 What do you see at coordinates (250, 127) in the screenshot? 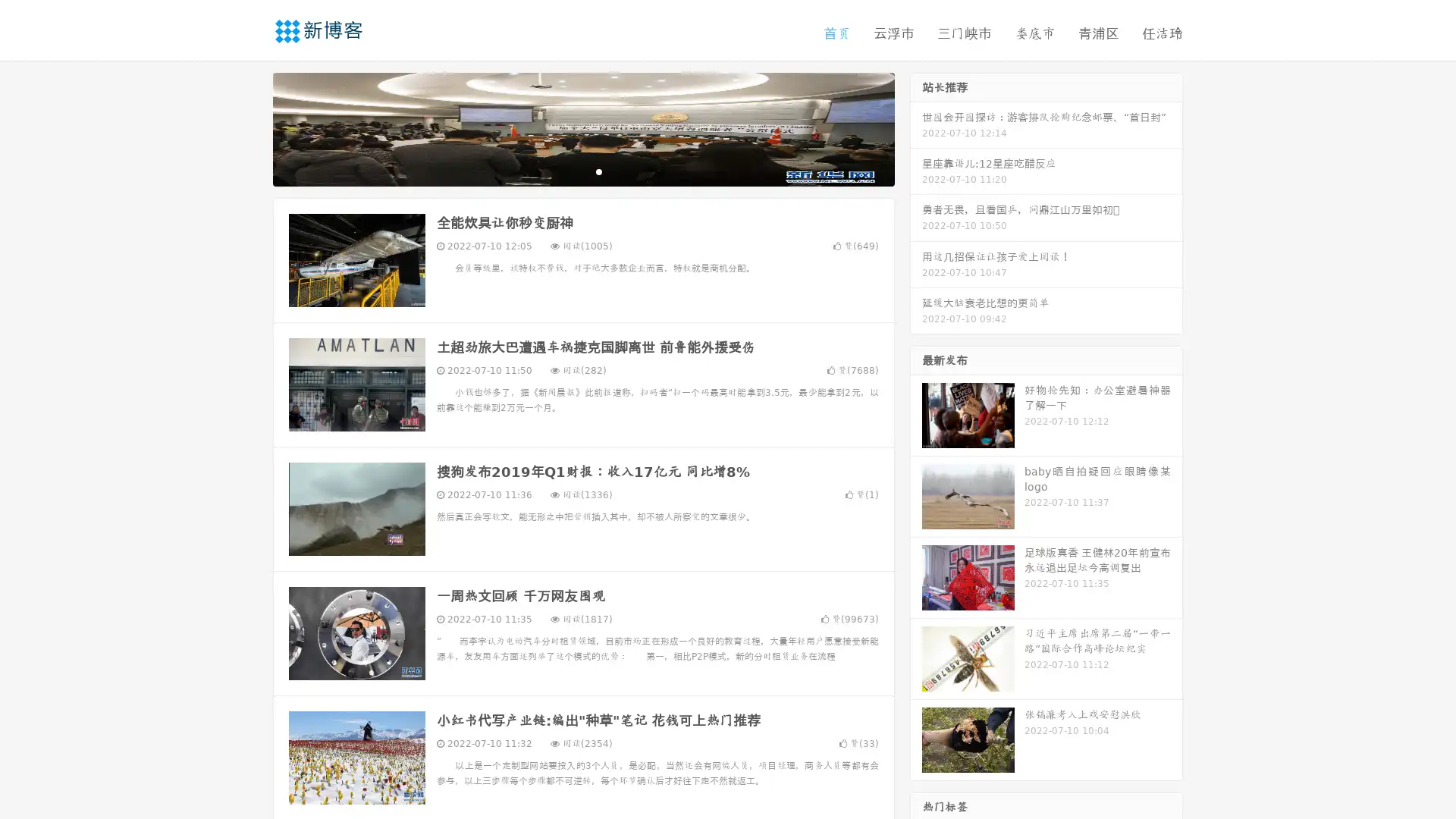
I see `Previous slide` at bounding box center [250, 127].